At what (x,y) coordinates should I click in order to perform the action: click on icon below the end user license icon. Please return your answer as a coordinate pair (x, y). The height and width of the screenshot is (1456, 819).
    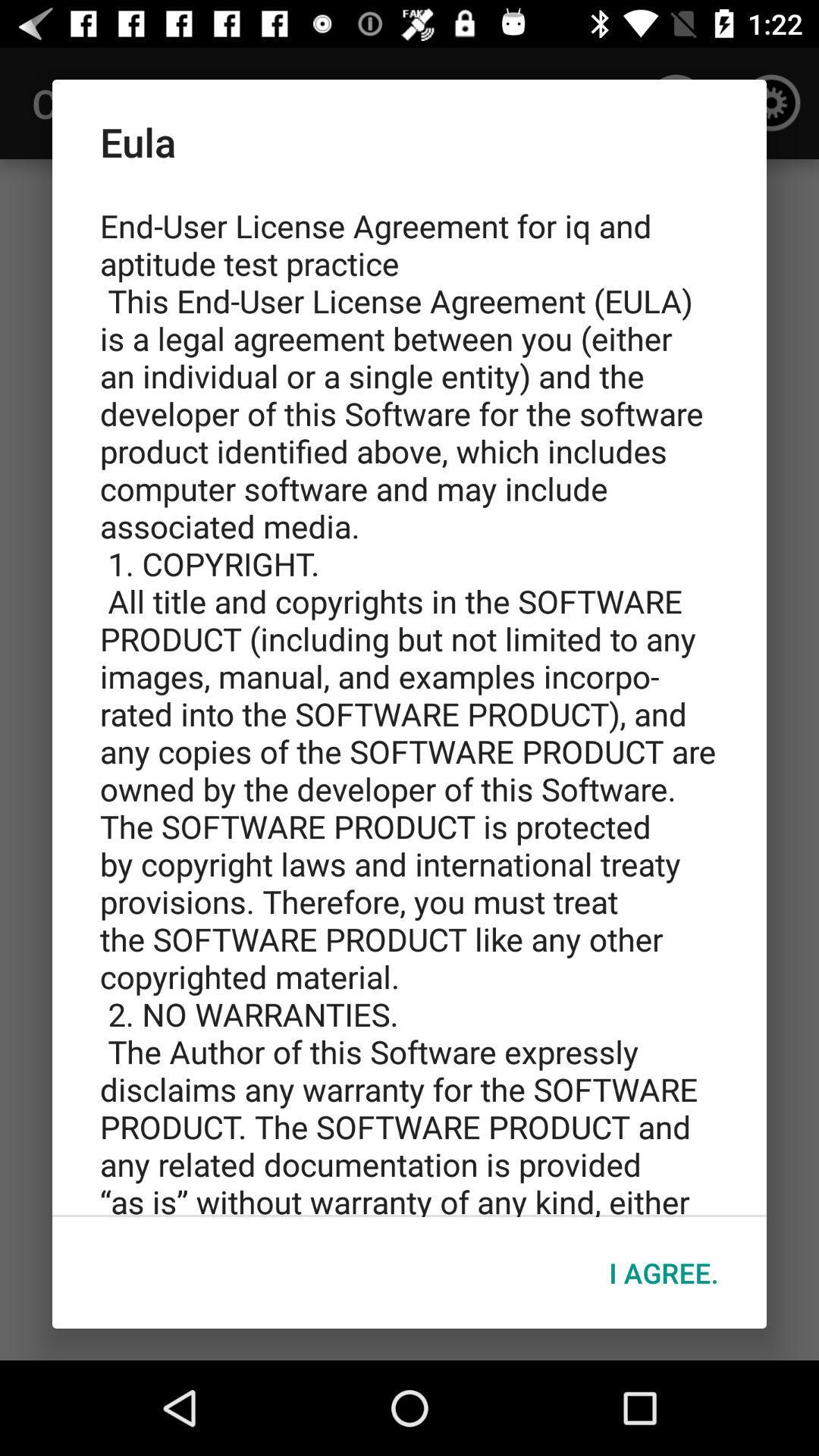
    Looking at the image, I should click on (663, 1272).